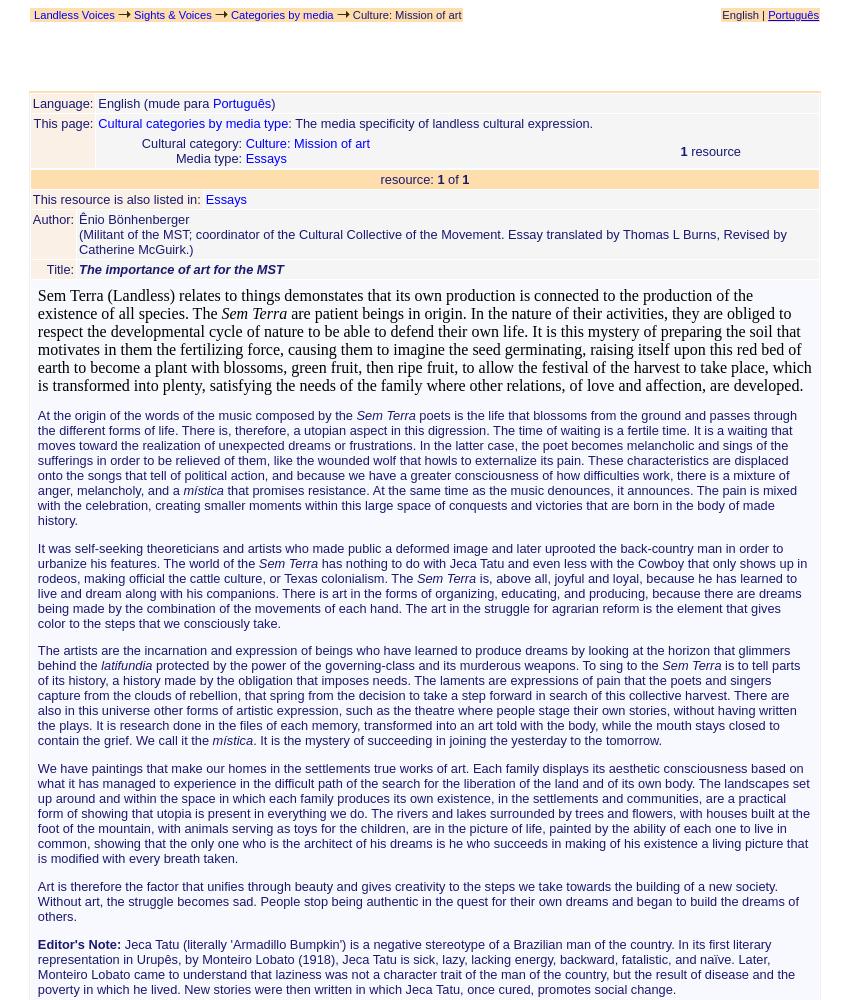 Image resolution: width=850 pixels, height=1000 pixels. I want to click on 'protected by the power of the governing-class and its
murderous weapons. To sing to the', so click(406, 665).